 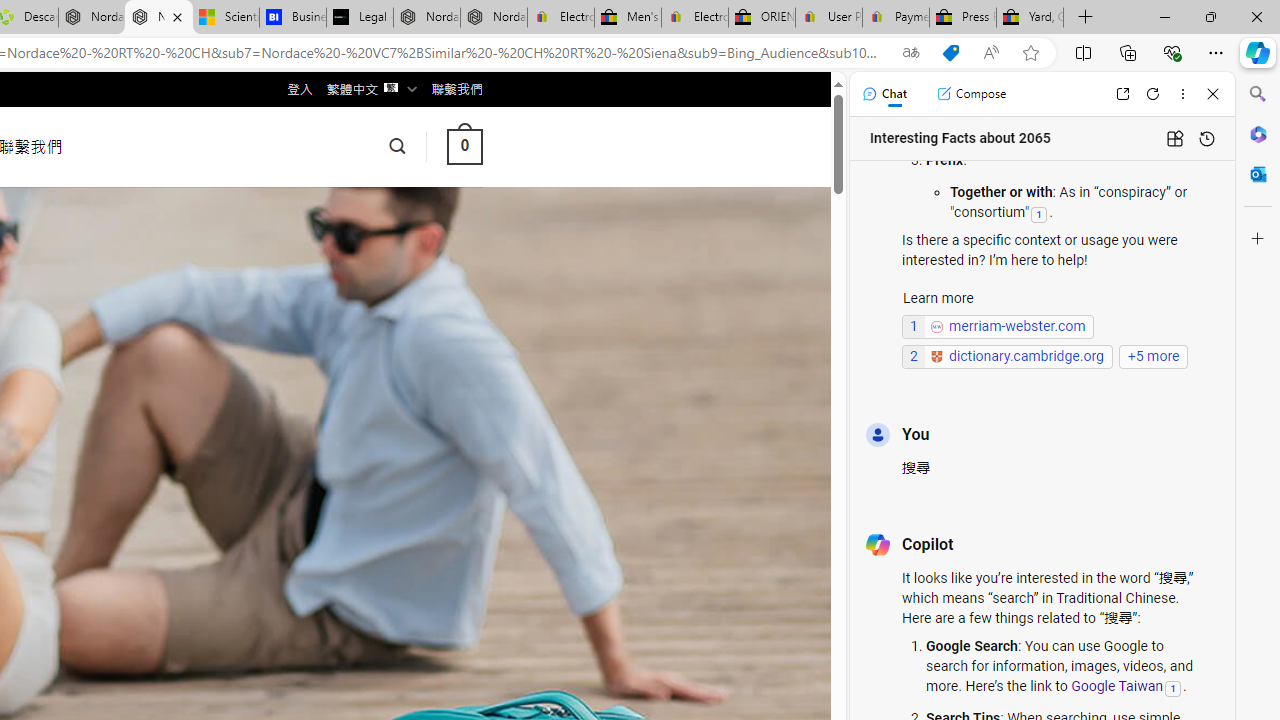 I want to click on ' 0 ', so click(x=463, y=145).